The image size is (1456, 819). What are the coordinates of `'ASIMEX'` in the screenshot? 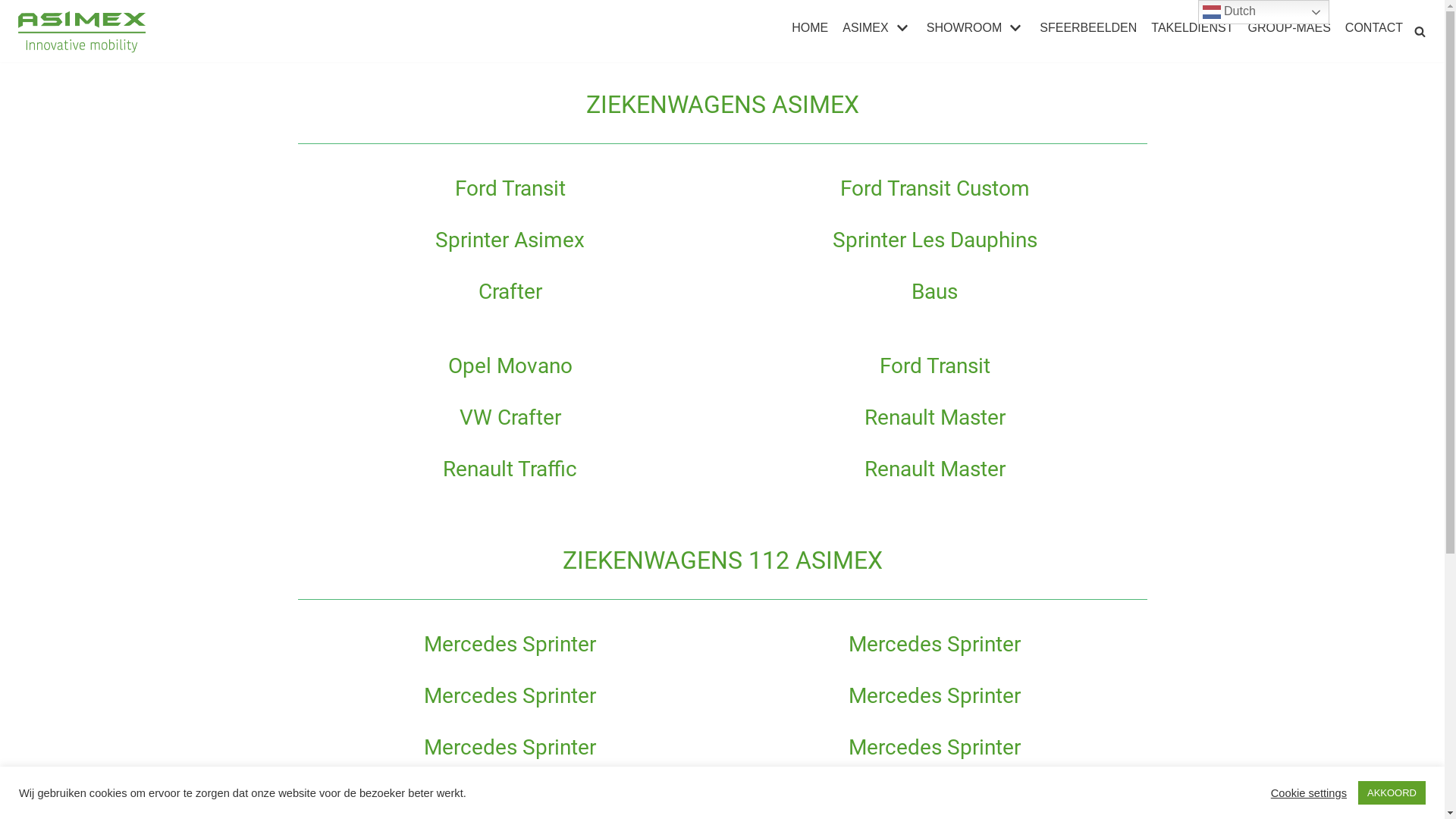 It's located at (841, 28).